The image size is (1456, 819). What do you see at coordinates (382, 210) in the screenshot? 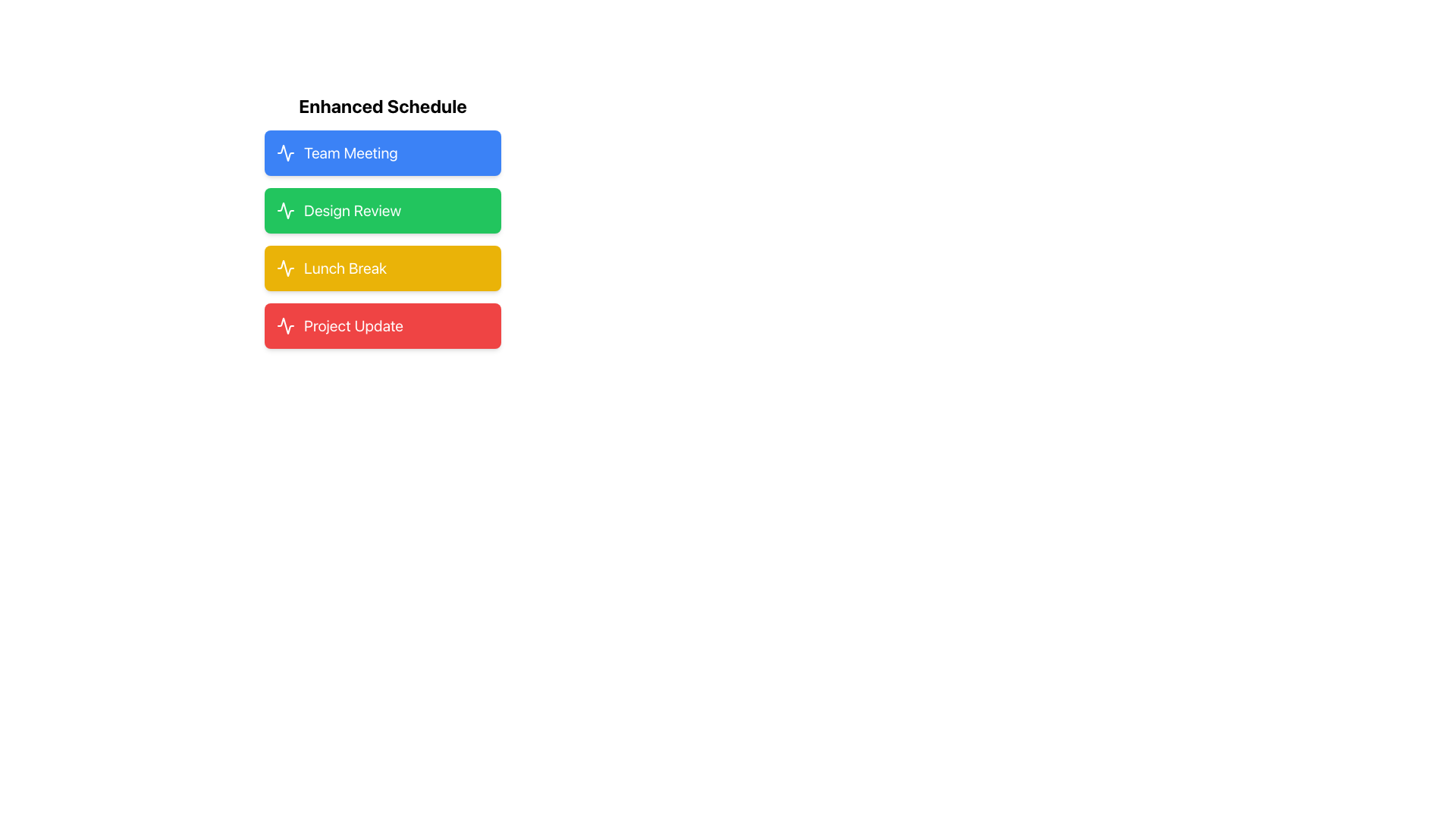
I see `the second button in the vertical list, located below the 'Team Meeting' button and above the 'Lunch Break' button` at bounding box center [382, 210].